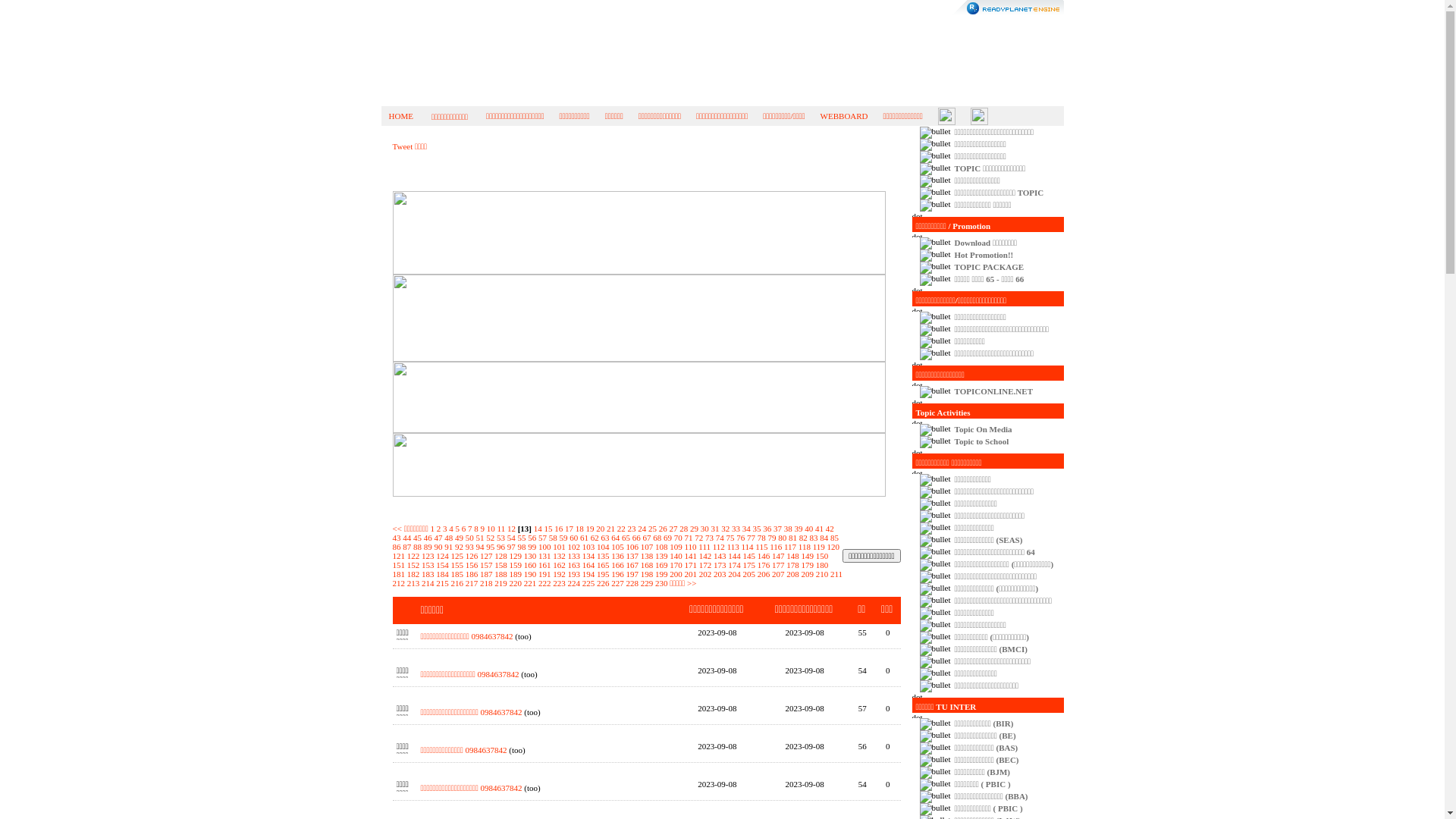 This screenshot has width=1456, height=819. Describe the element at coordinates (689, 547) in the screenshot. I see `'110'` at that location.